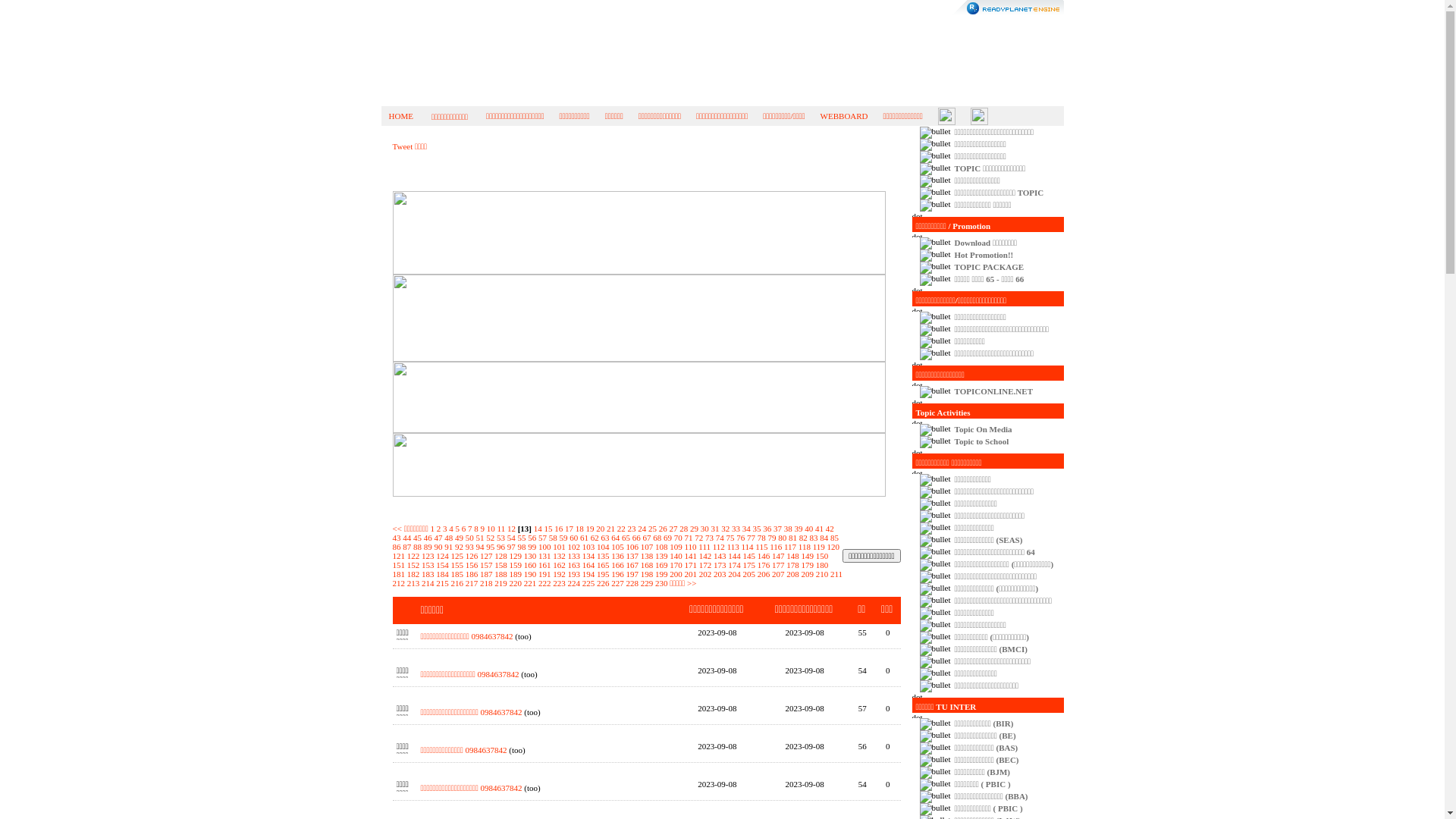 This screenshot has width=1456, height=819. Describe the element at coordinates (689, 547) in the screenshot. I see `'110'` at that location.